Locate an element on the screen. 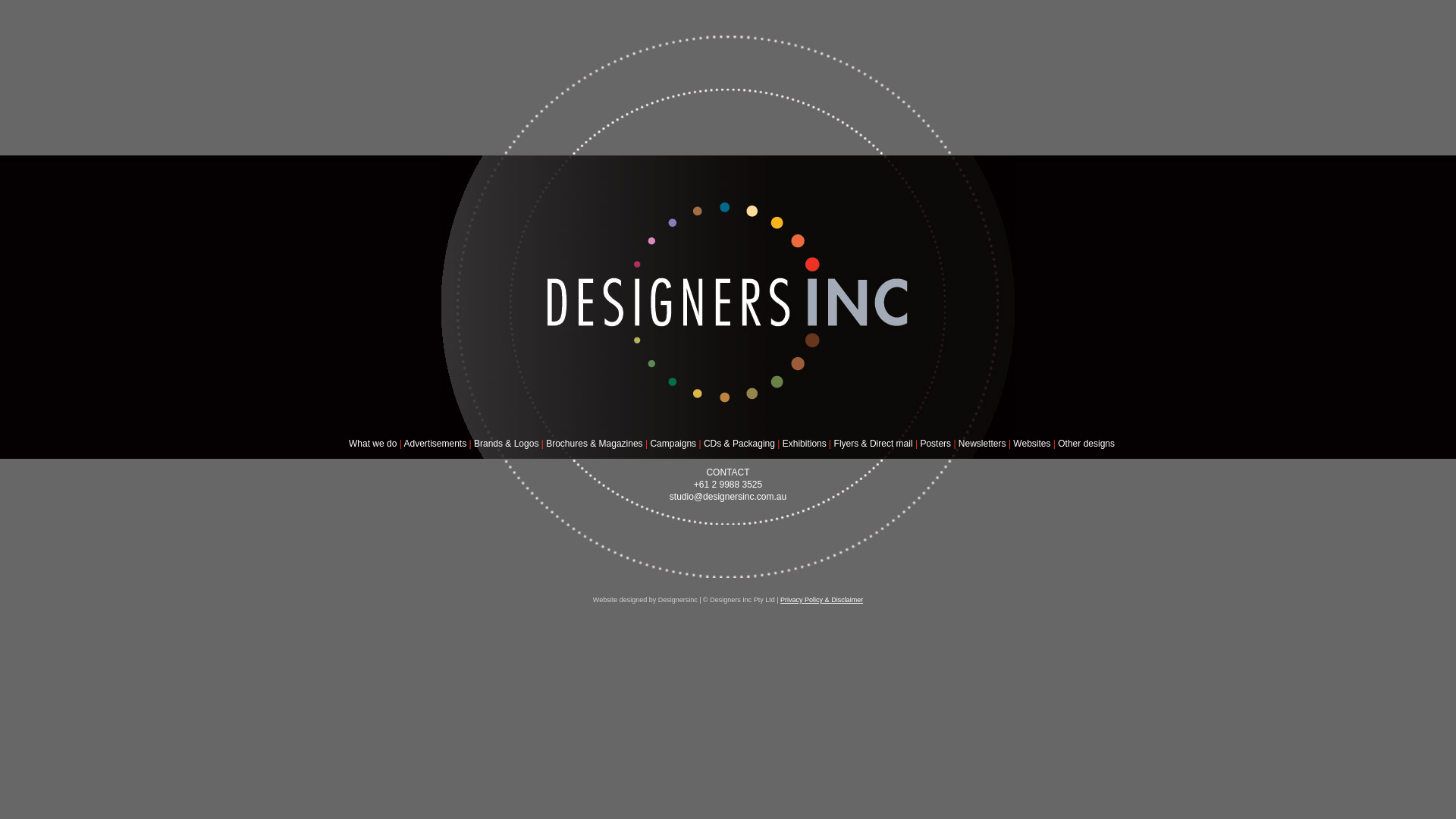 The image size is (1456, 819). 'What we do' is located at coordinates (372, 444).